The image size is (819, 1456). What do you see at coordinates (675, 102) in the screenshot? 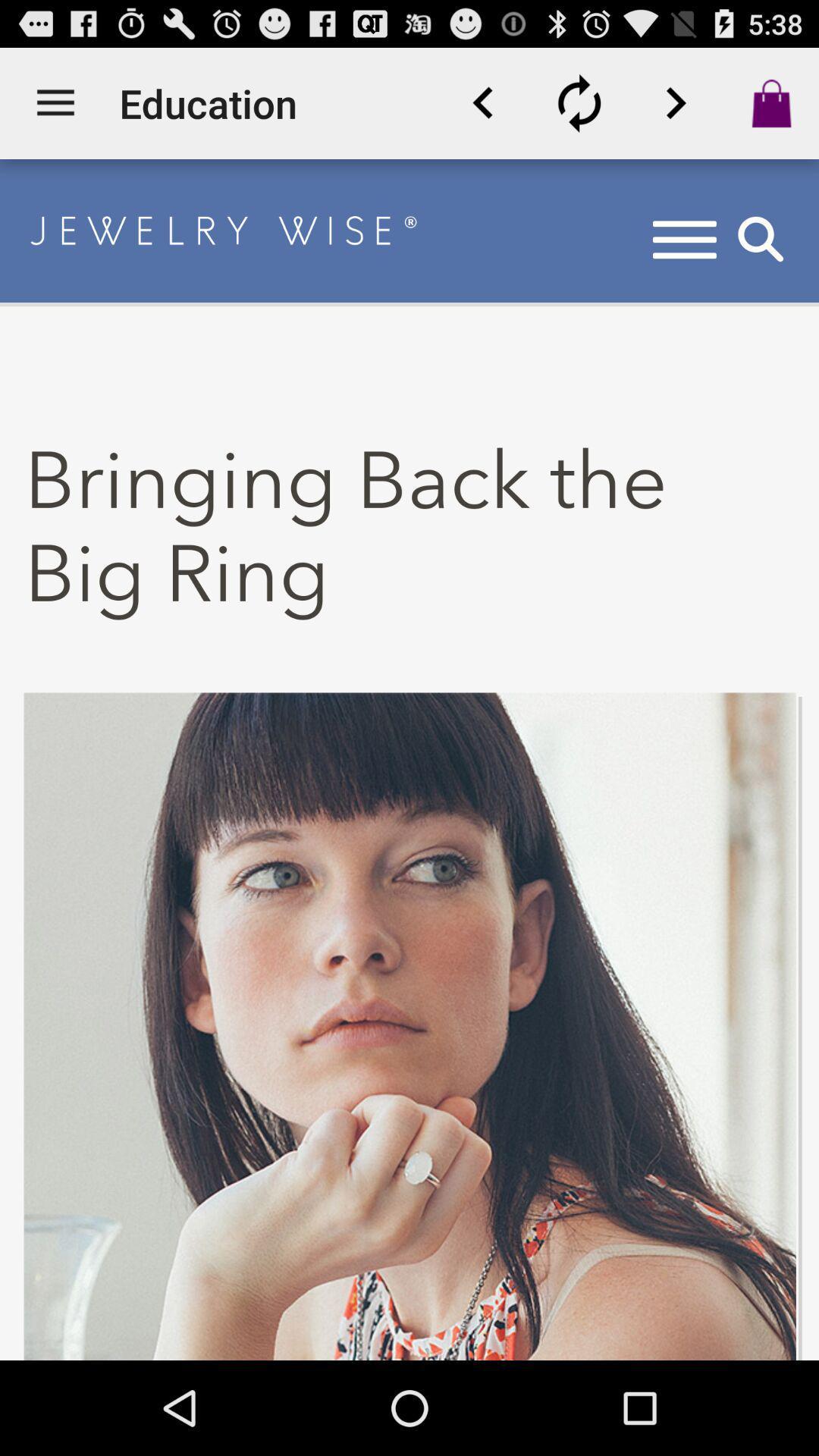
I see `lest pega` at bounding box center [675, 102].